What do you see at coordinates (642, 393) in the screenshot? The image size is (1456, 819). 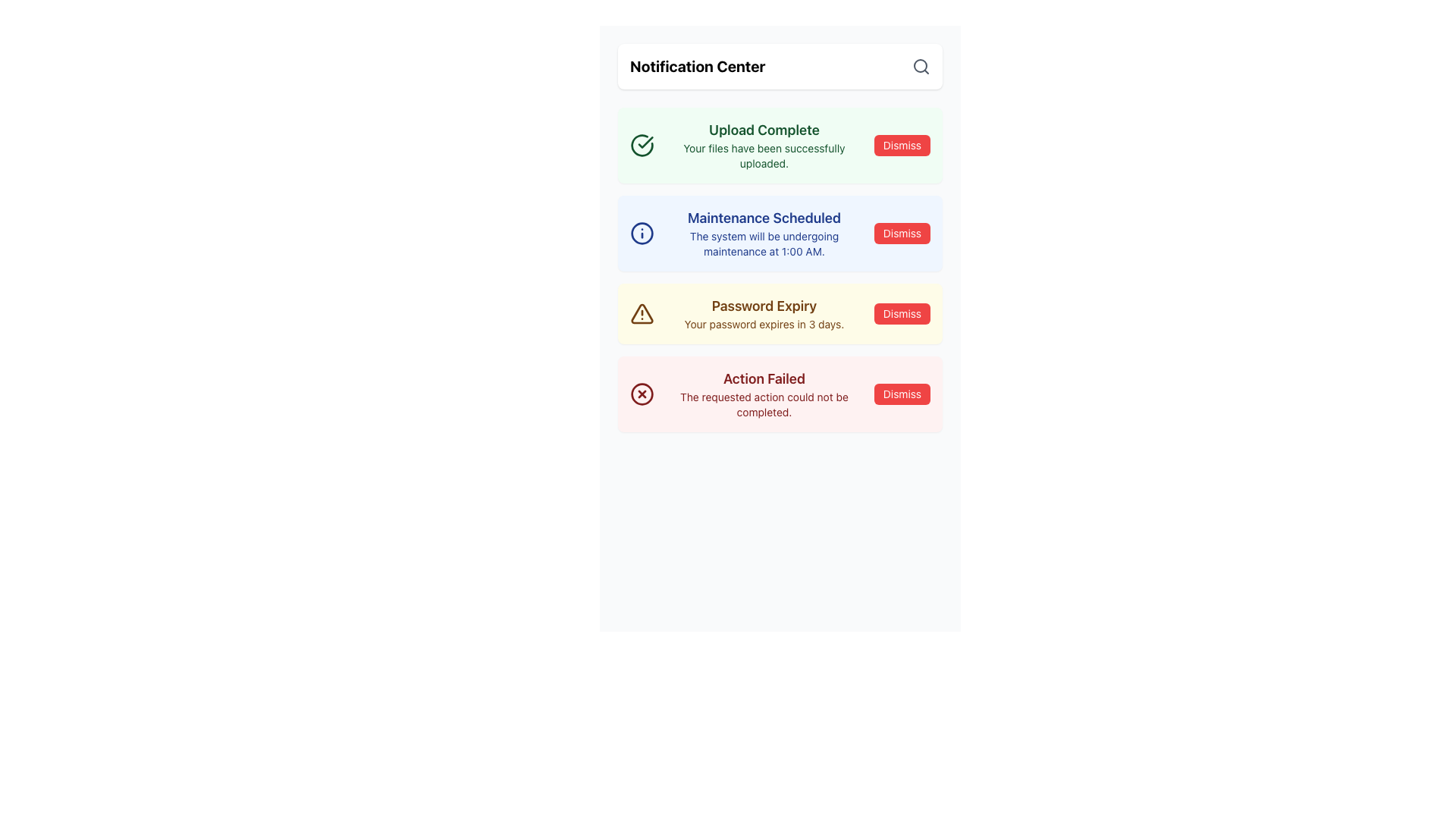 I see `the failure indicator icon located in the fourth notification of the 'Notification Center', which is positioned to the left of the text 'Action Failed'` at bounding box center [642, 393].